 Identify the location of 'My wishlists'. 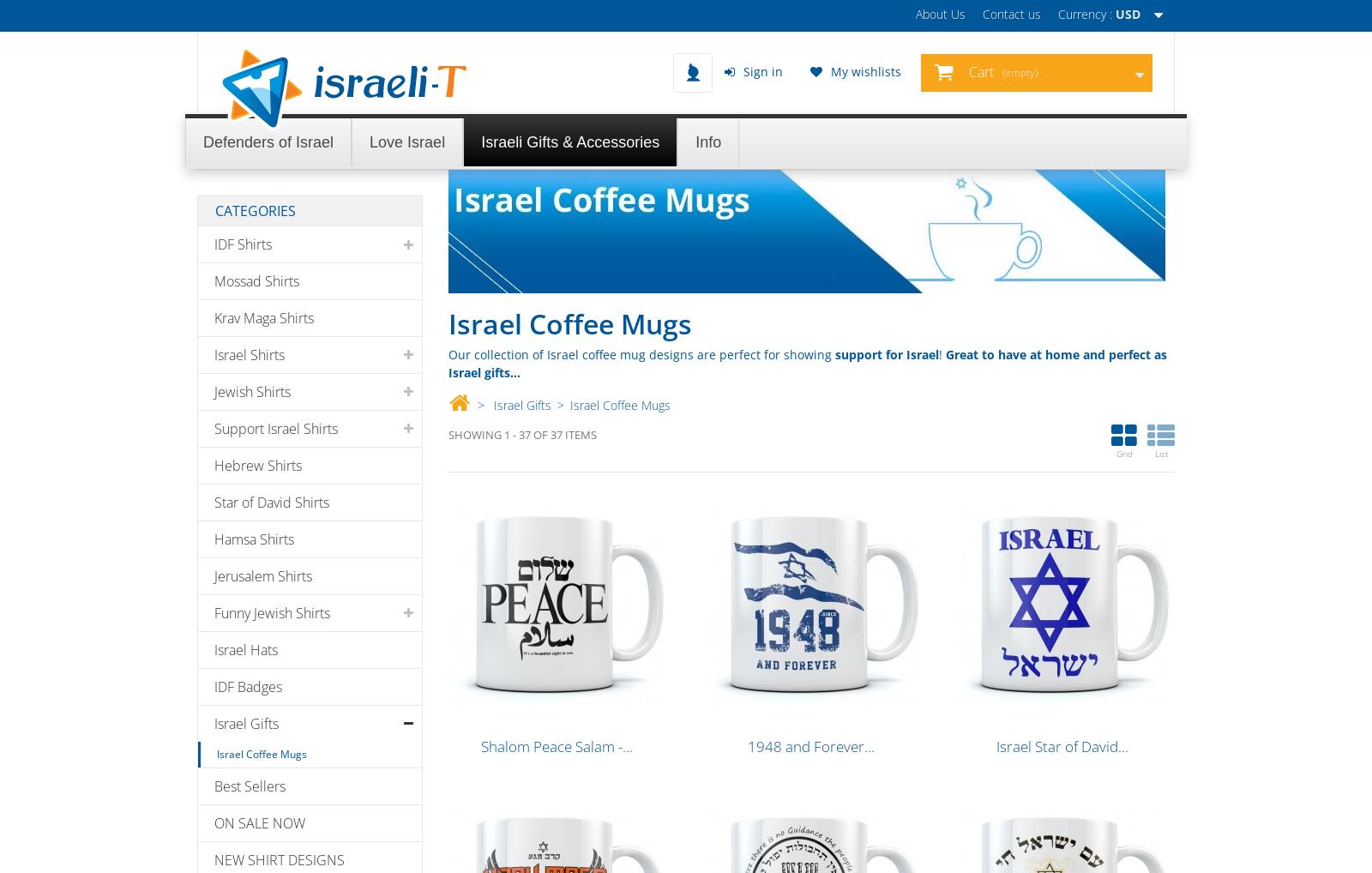
(829, 71).